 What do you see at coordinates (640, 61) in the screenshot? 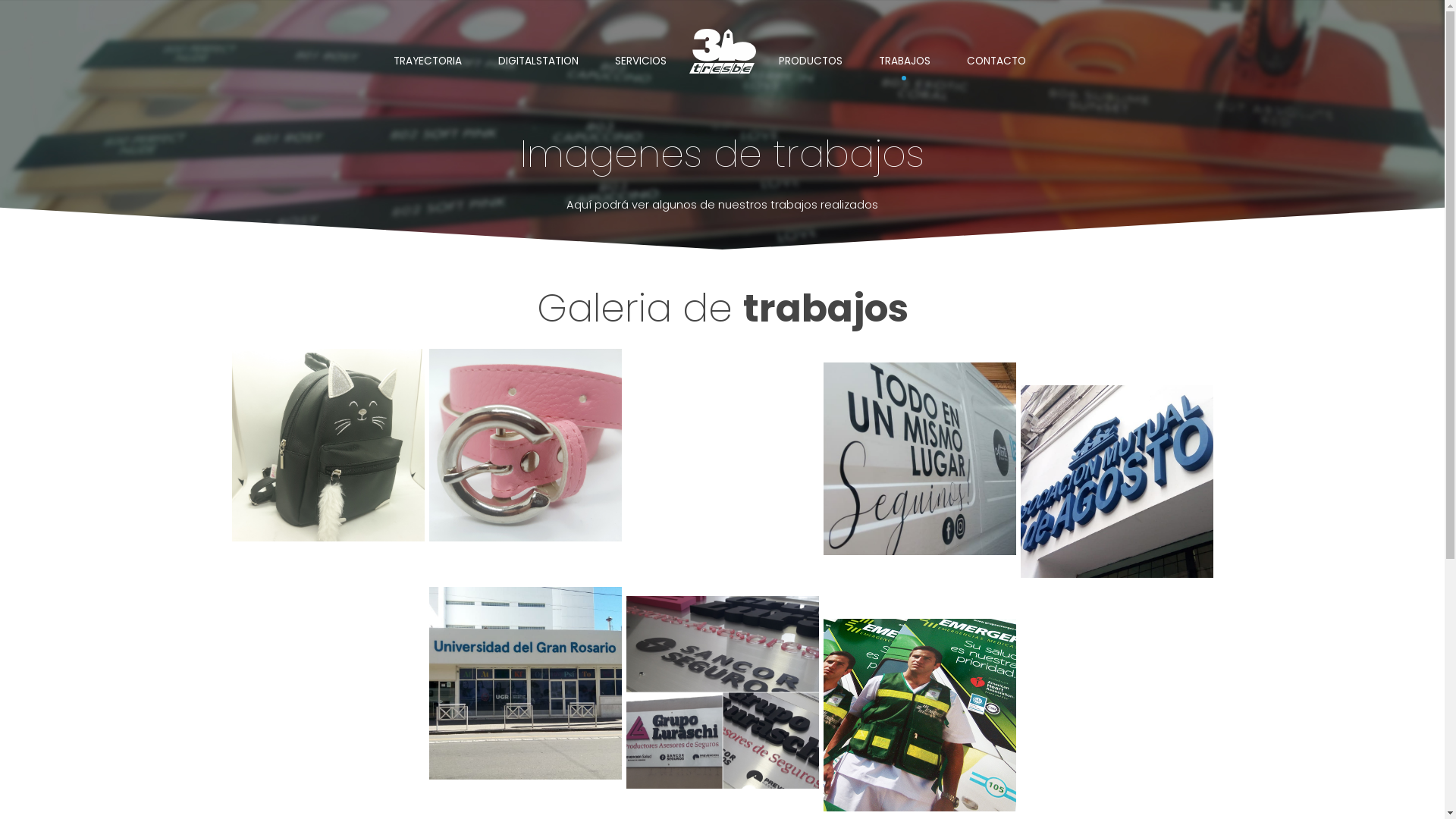
I see `'SERVICIOS'` at bounding box center [640, 61].